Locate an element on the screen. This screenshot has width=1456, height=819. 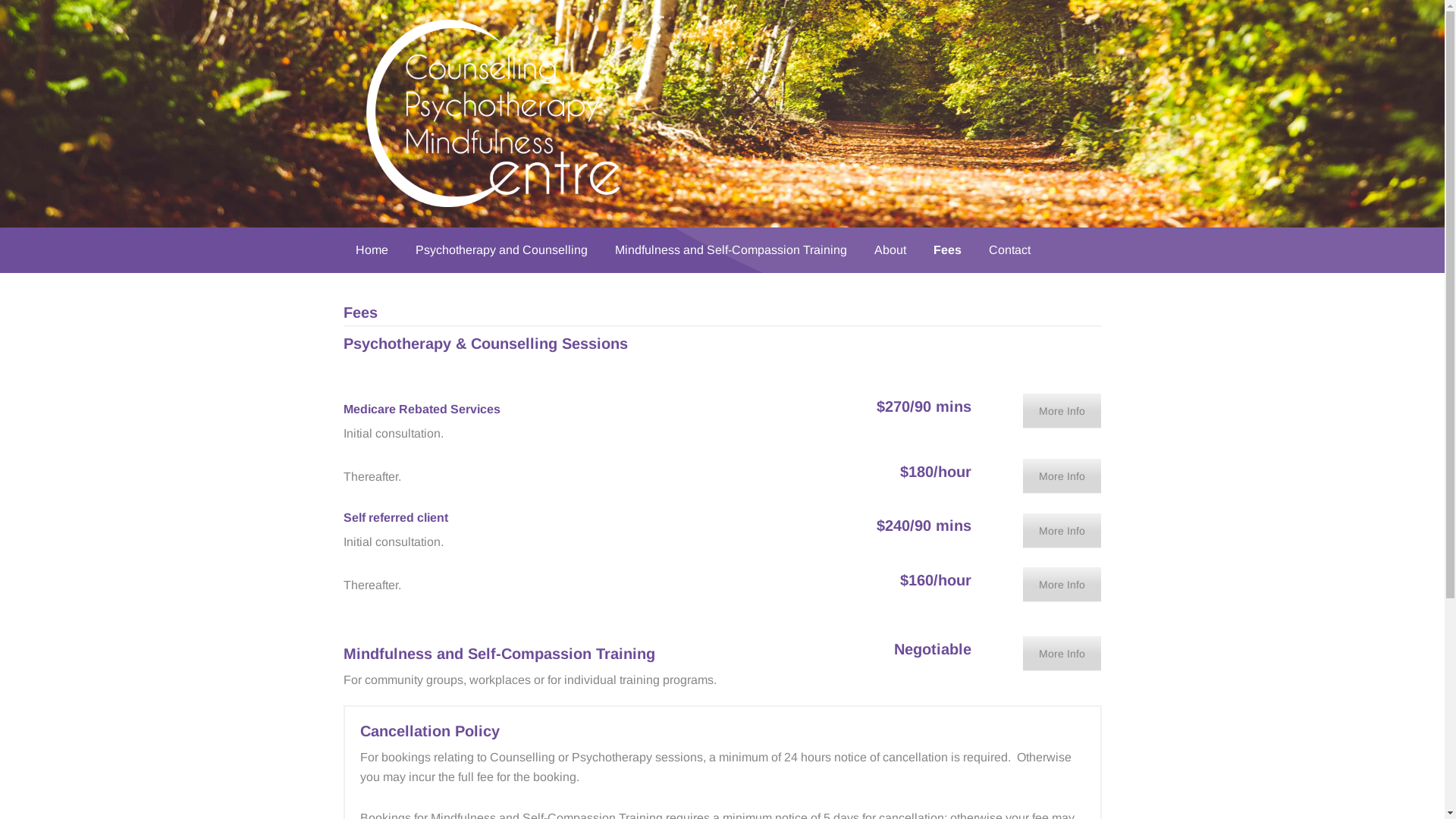
'Fees' is located at coordinates (946, 249).